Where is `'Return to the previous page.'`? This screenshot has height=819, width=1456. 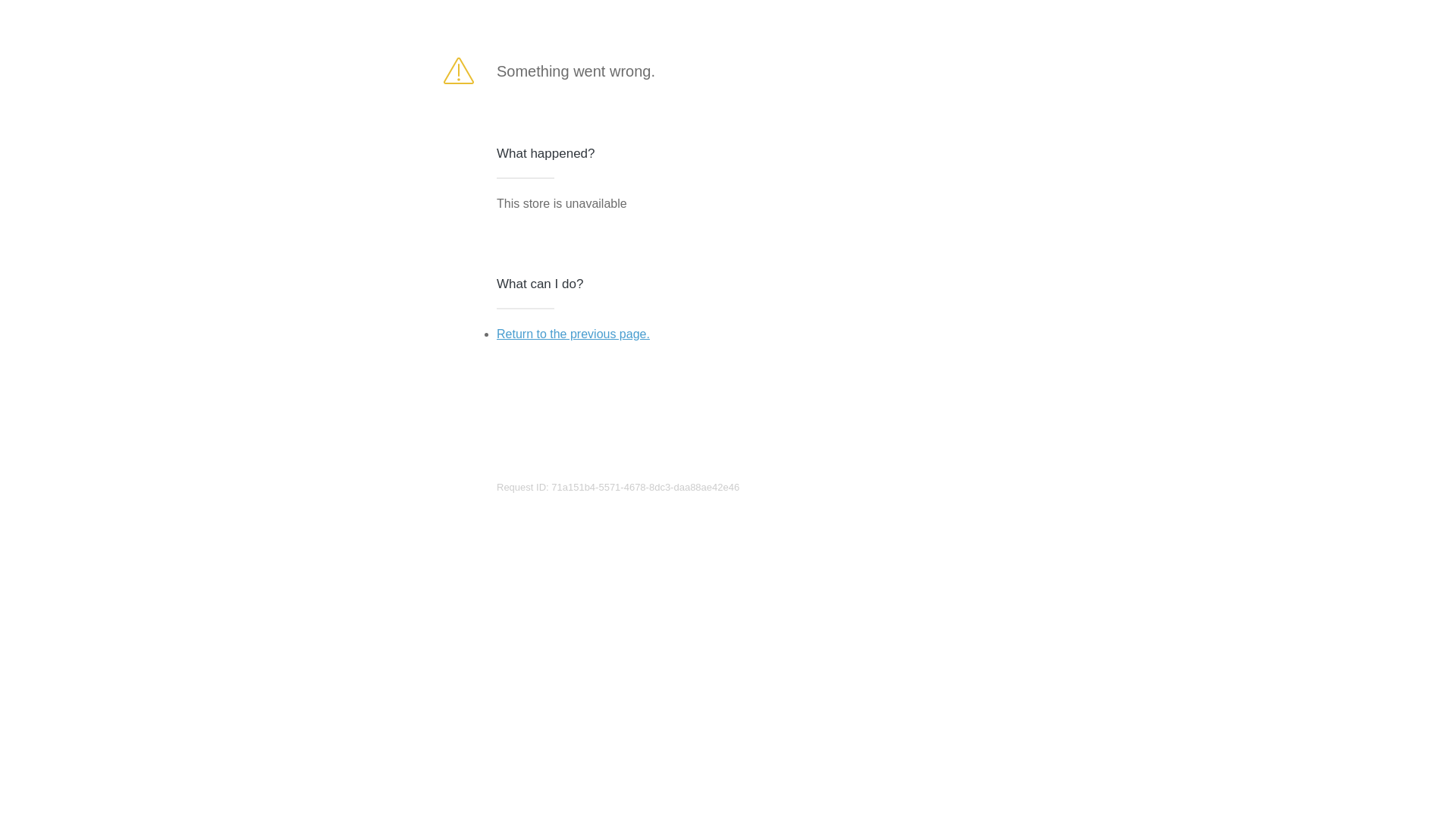 'Return to the previous page.' is located at coordinates (496, 333).